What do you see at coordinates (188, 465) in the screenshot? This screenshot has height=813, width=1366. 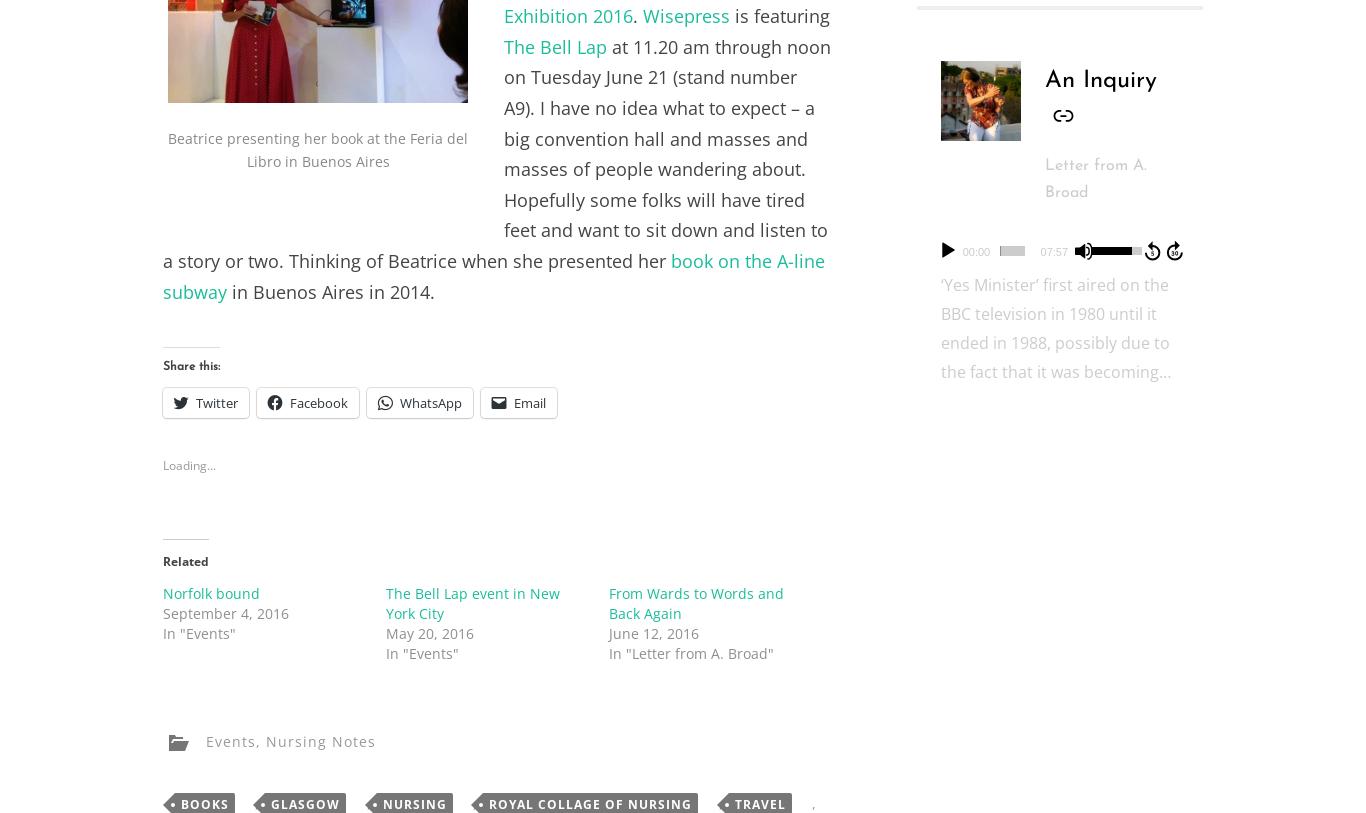 I see `'Loading...'` at bounding box center [188, 465].